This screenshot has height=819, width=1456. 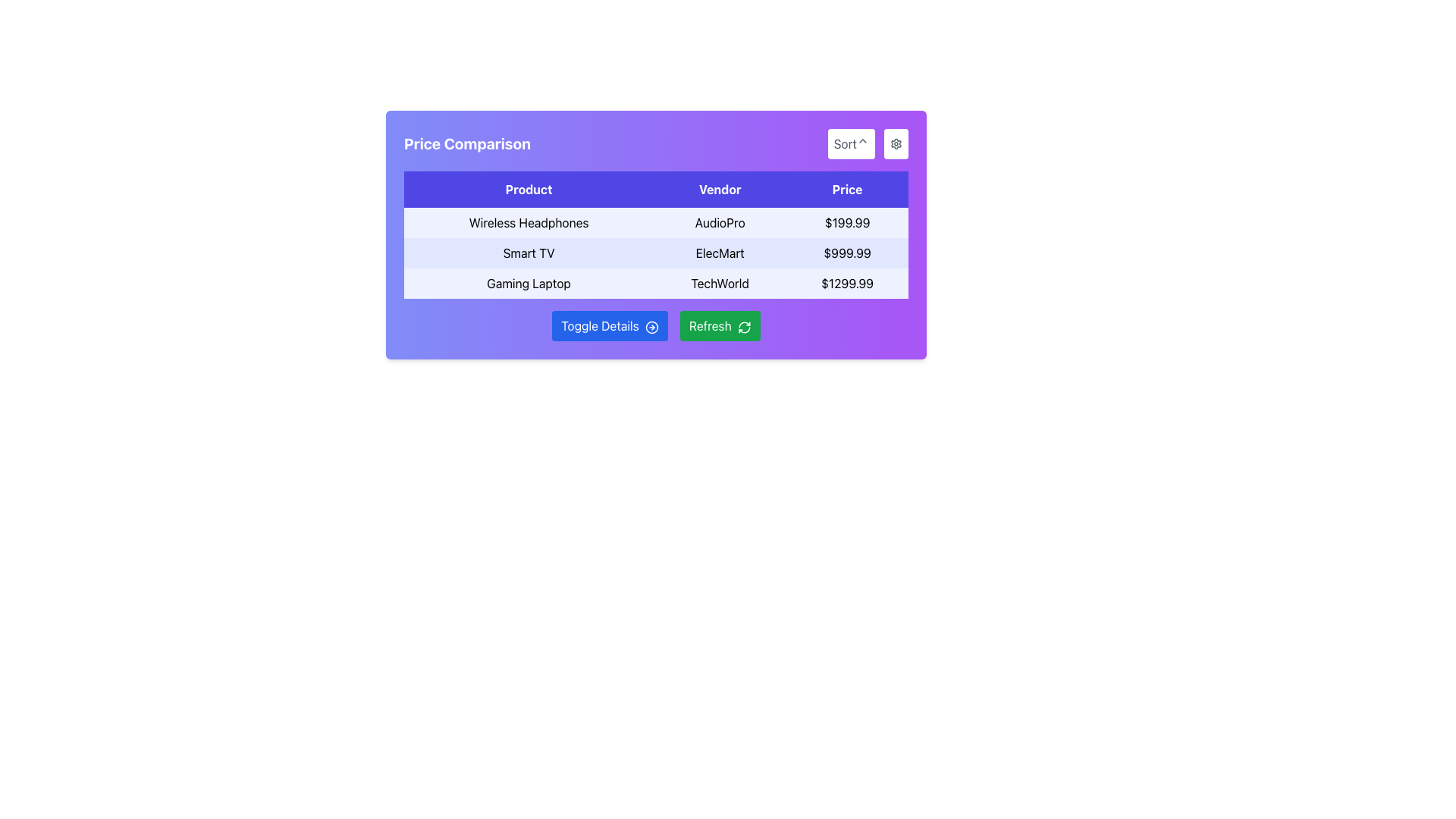 I want to click on the non-interactive text label displaying 'Smart TV' in the second row of the Price Comparison table under the Product column, so click(x=529, y=253).